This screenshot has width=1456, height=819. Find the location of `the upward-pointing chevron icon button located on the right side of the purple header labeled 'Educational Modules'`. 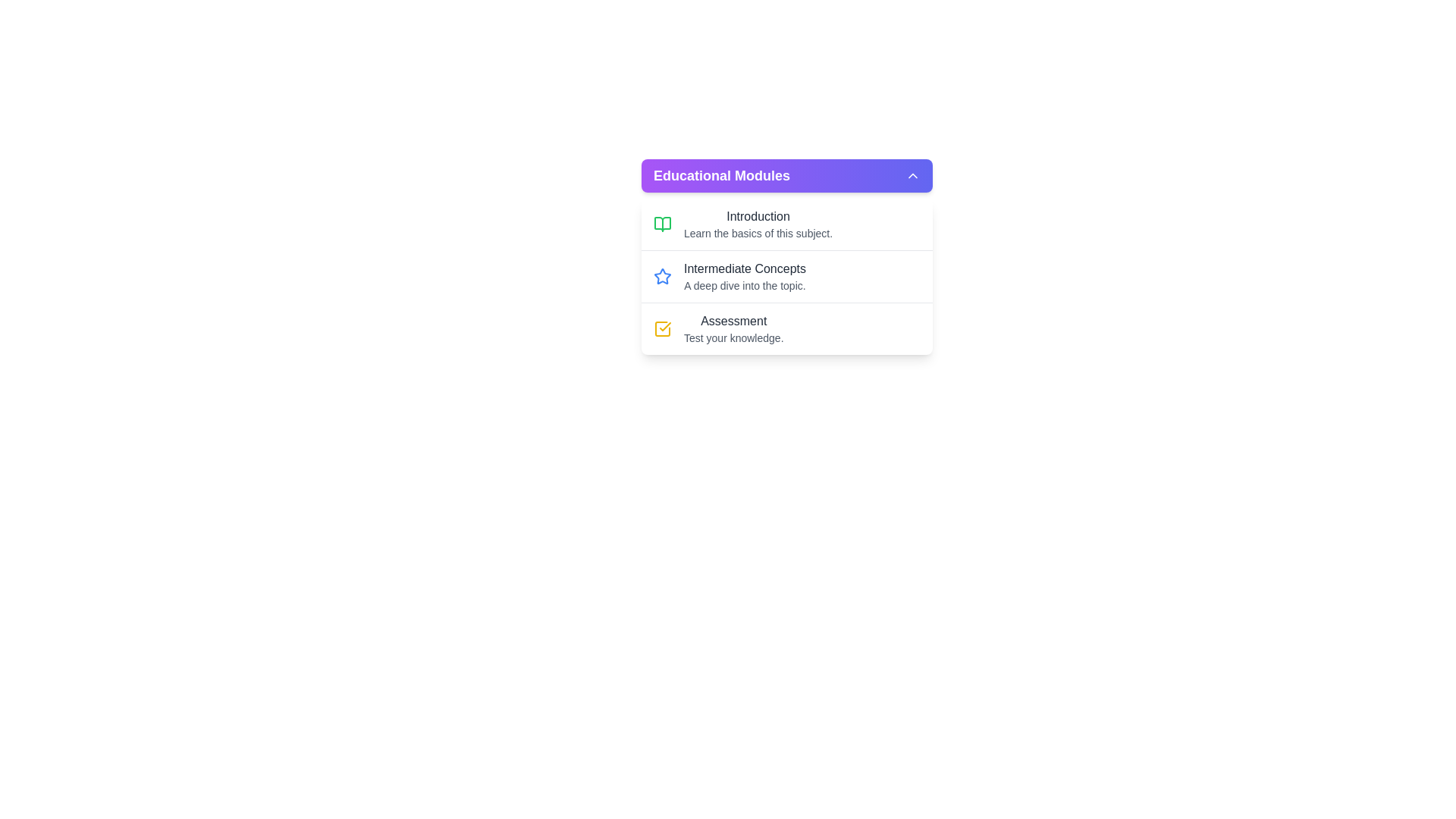

the upward-pointing chevron icon button located on the right side of the purple header labeled 'Educational Modules' is located at coordinates (912, 174).